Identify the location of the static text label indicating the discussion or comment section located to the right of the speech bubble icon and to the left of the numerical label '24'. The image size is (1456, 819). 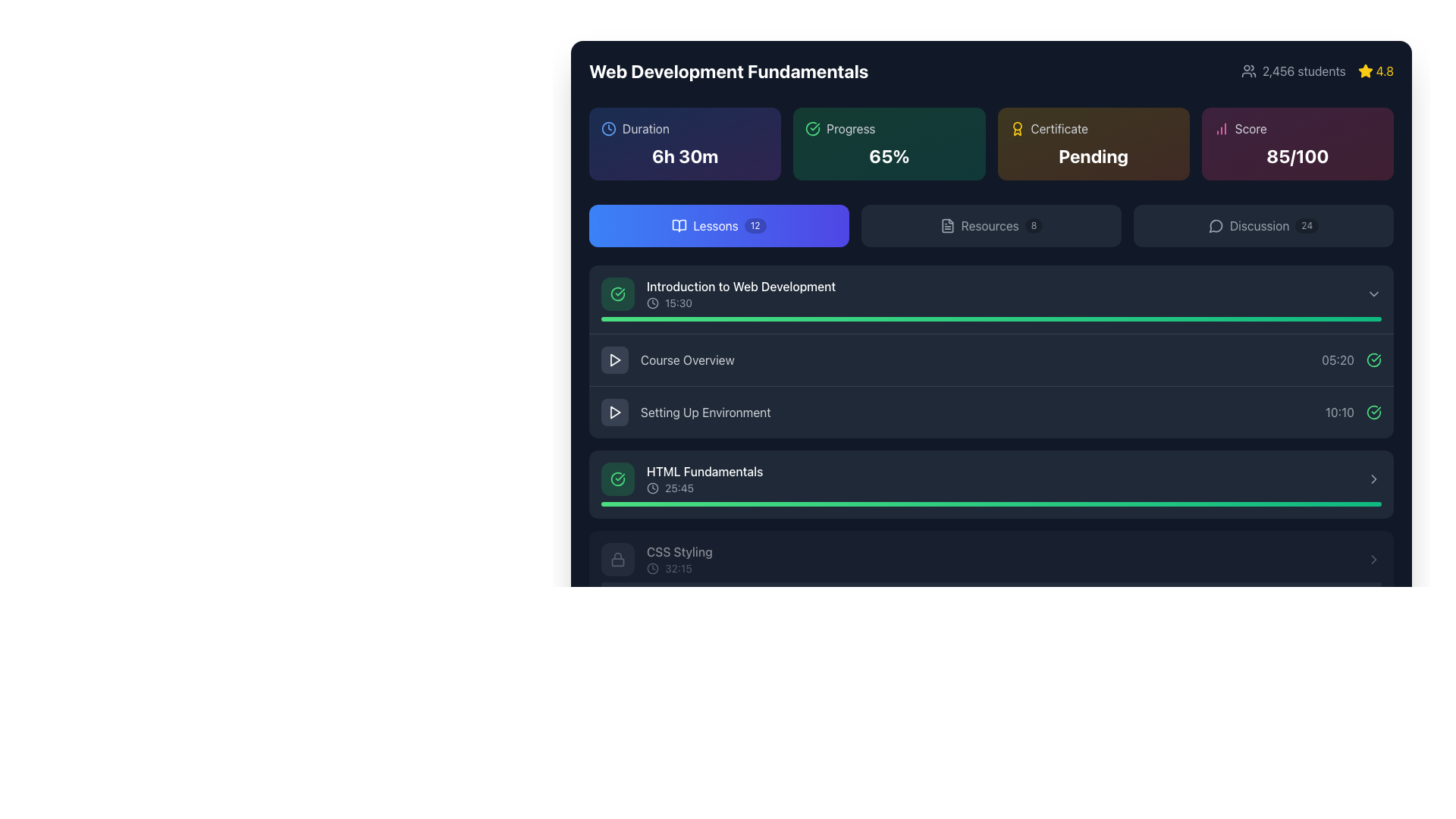
(1260, 225).